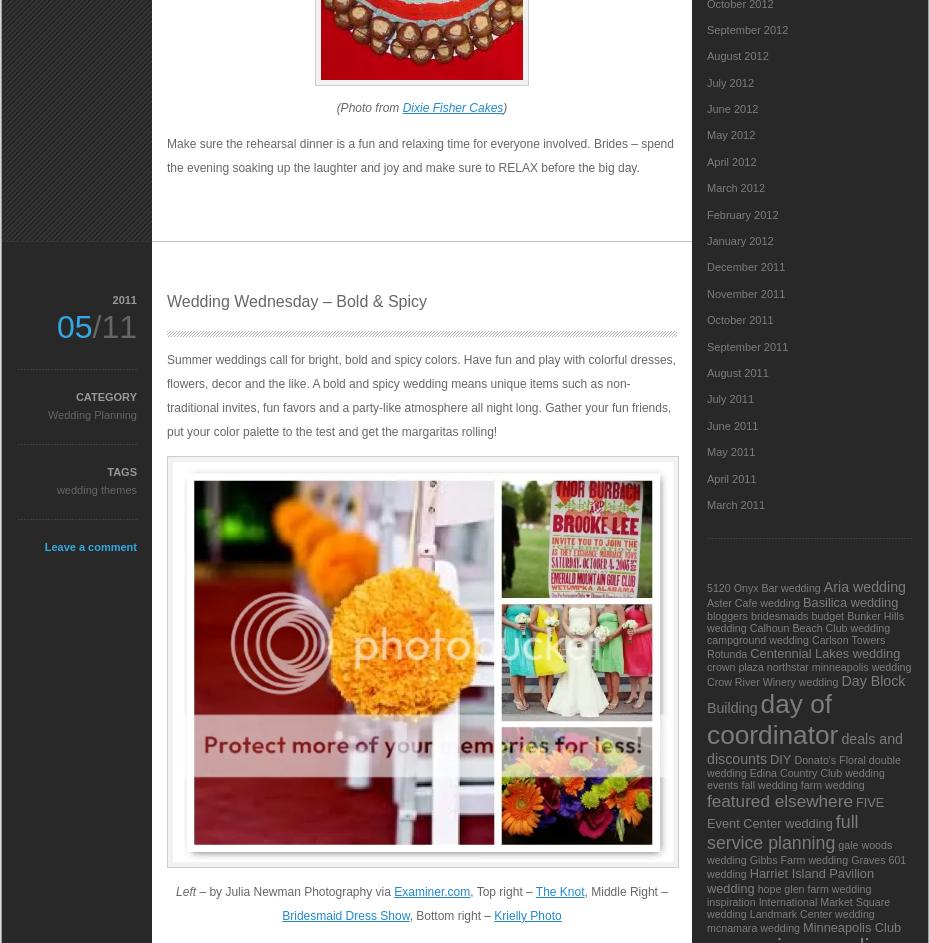 Image resolution: width=930 pixels, height=943 pixels. Describe the element at coordinates (114, 327) in the screenshot. I see `'/11'` at that location.